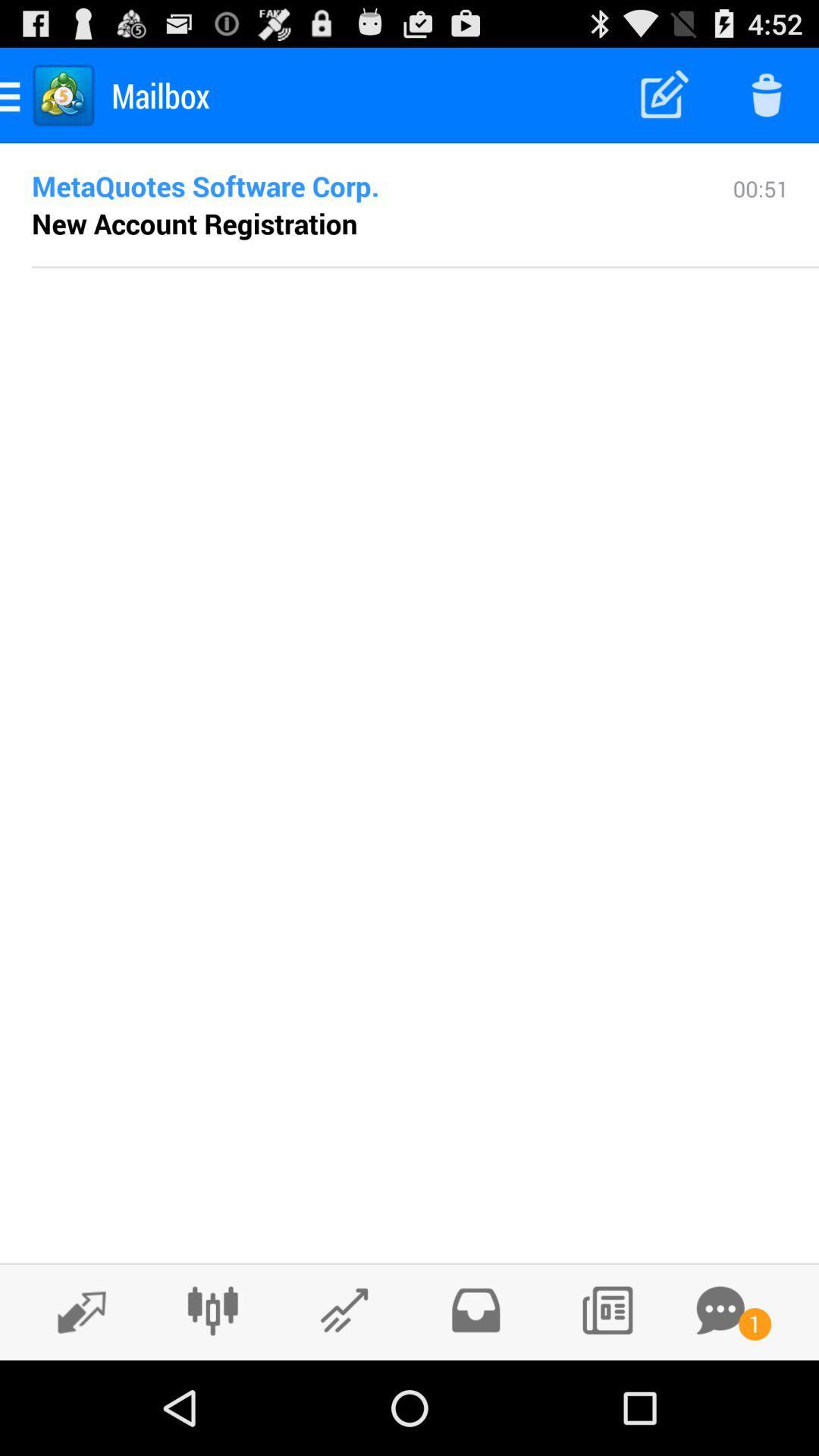  I want to click on the icon next to 00:51, so click(358, 185).